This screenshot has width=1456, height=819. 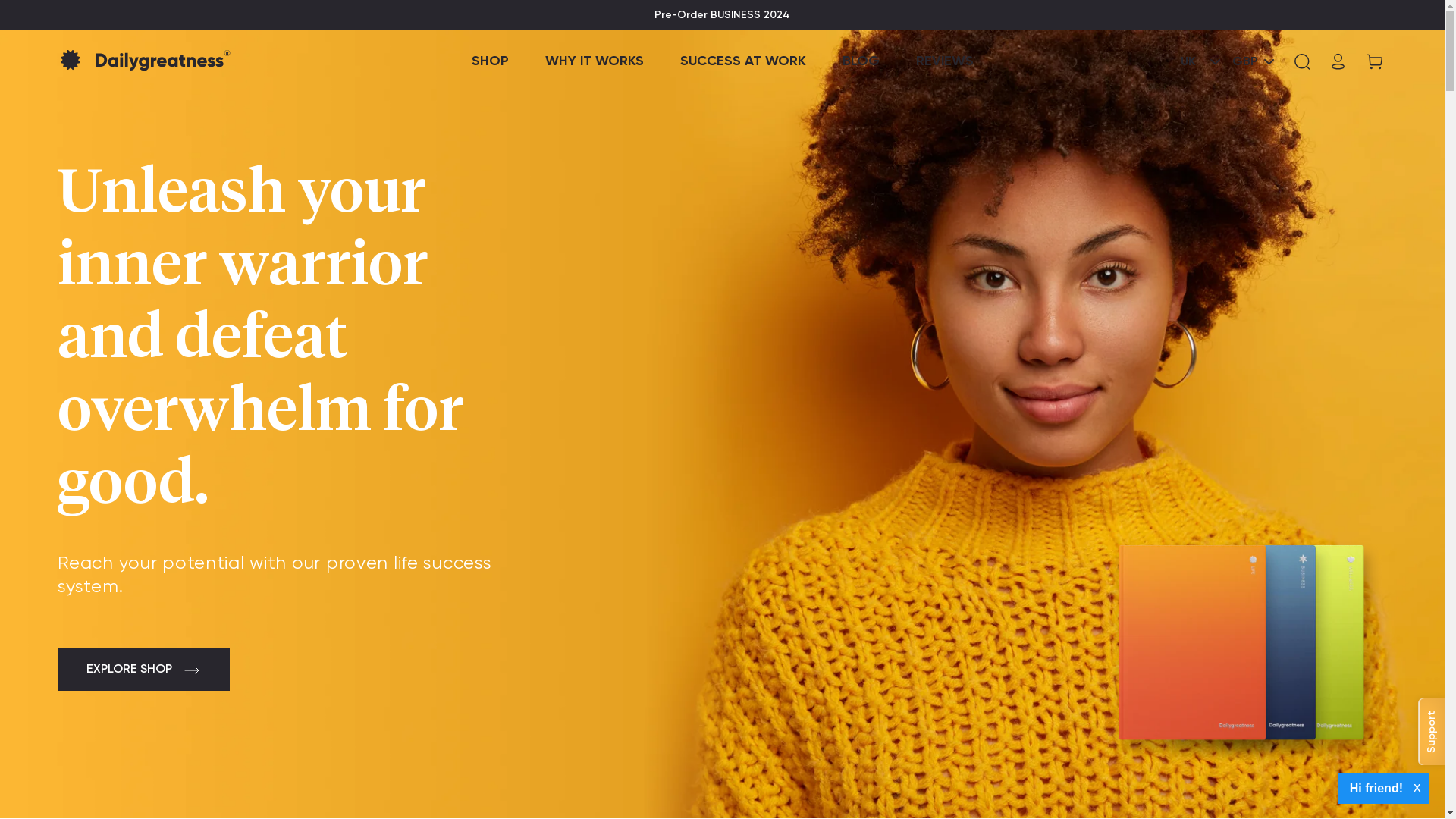 I want to click on 'BLOG', so click(x=860, y=61).